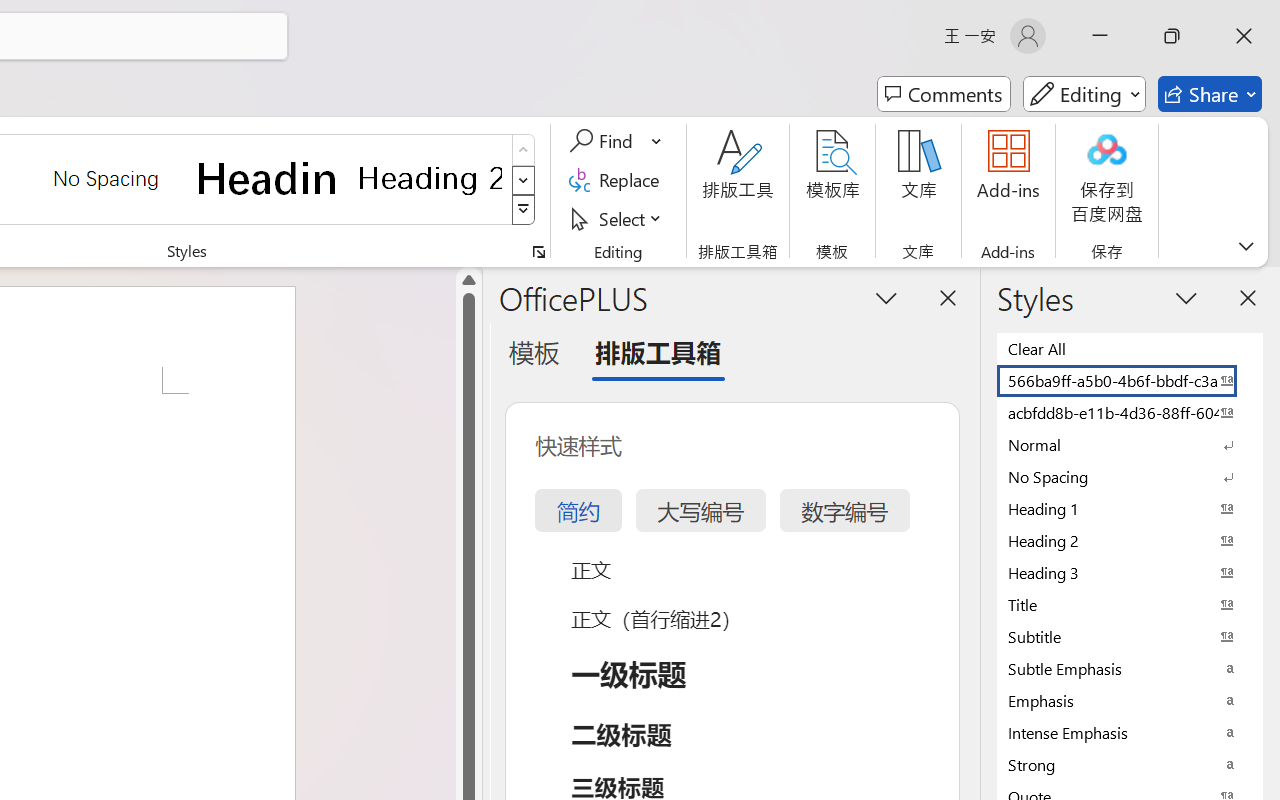 Image resolution: width=1280 pixels, height=800 pixels. What do you see at coordinates (1243, 35) in the screenshot?
I see `'Close'` at bounding box center [1243, 35].